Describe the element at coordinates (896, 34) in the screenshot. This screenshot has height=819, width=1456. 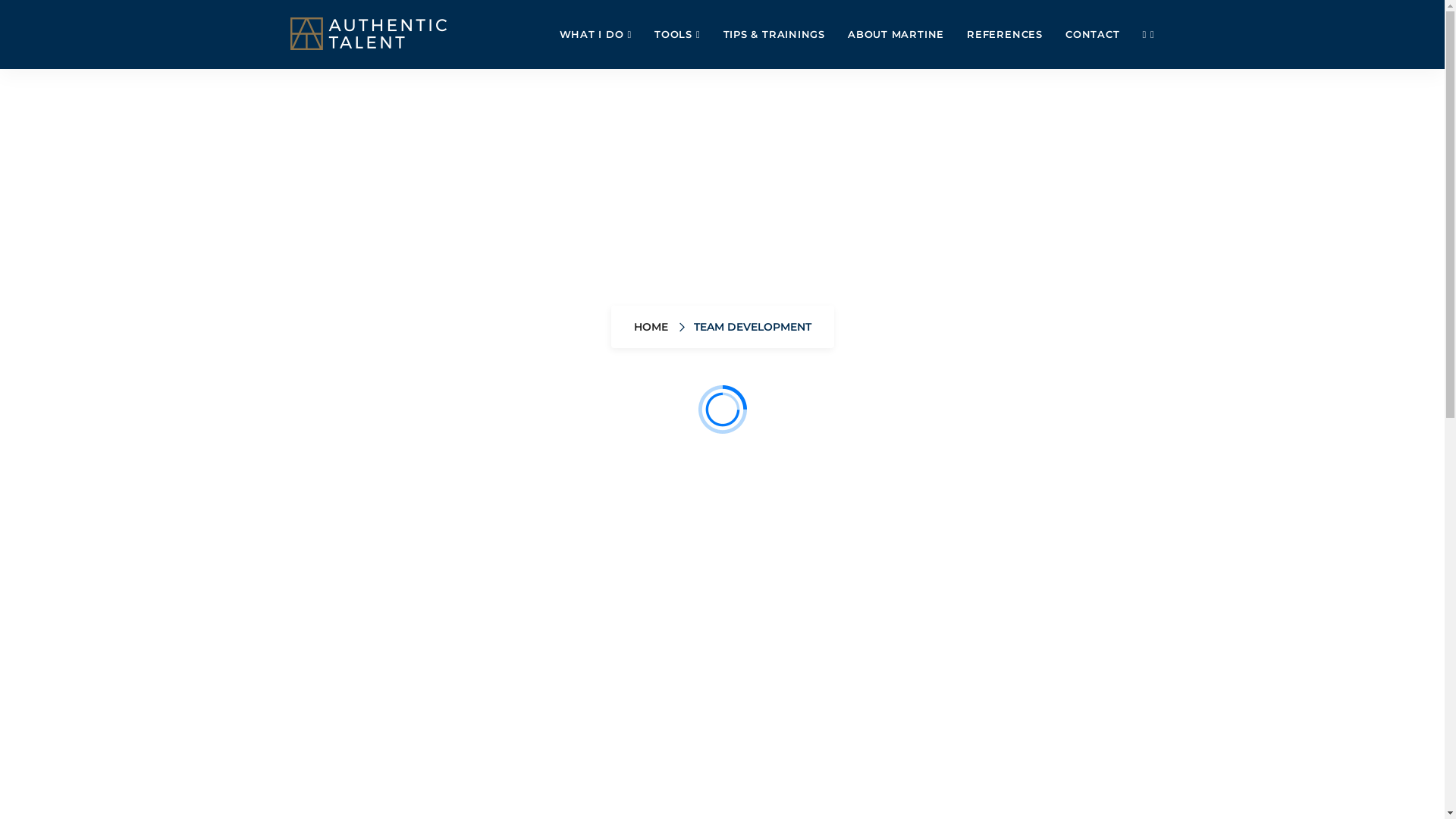
I see `'ABOUT MARTINE'` at that location.